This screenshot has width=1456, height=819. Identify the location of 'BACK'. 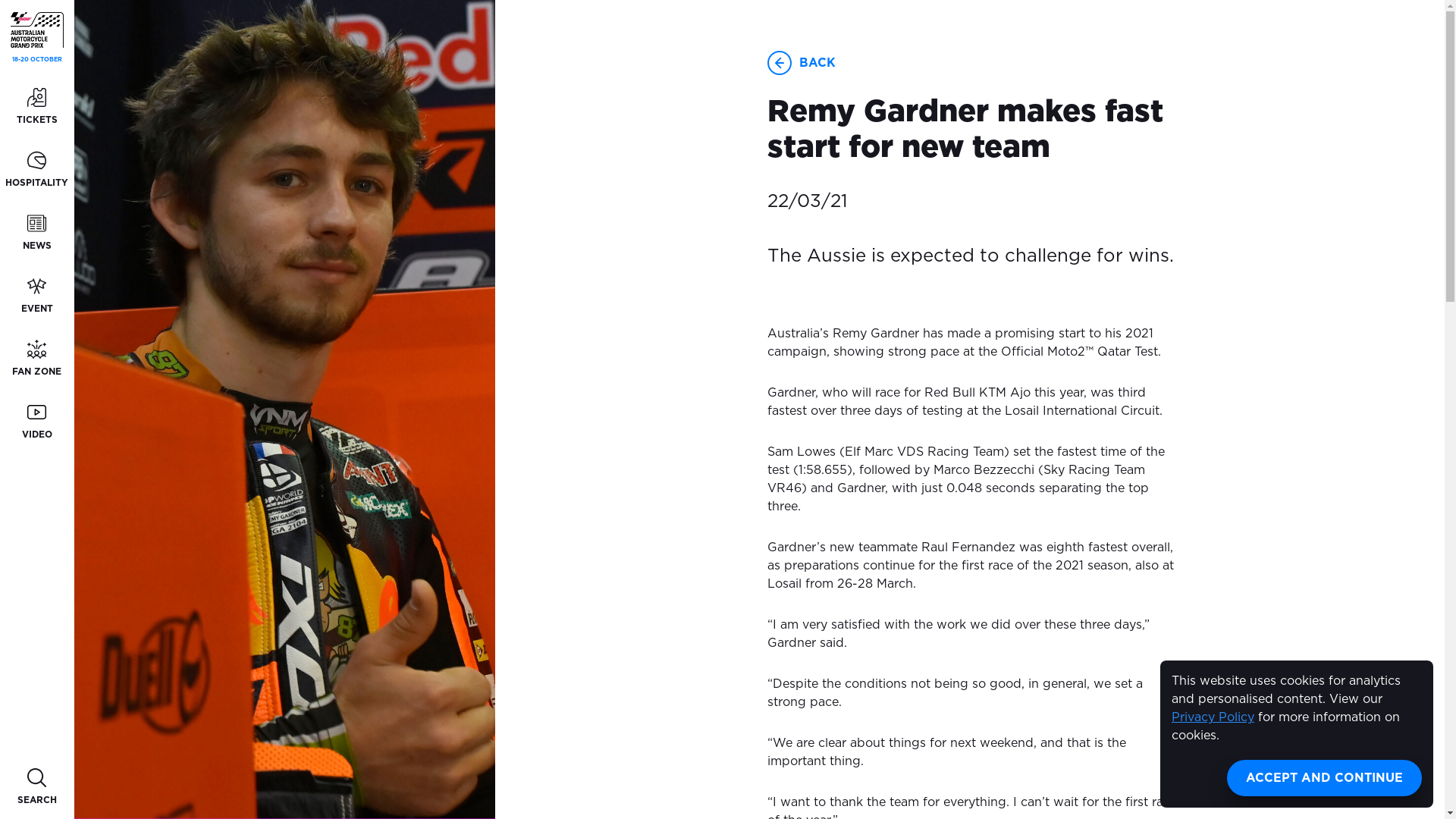
(815, 62).